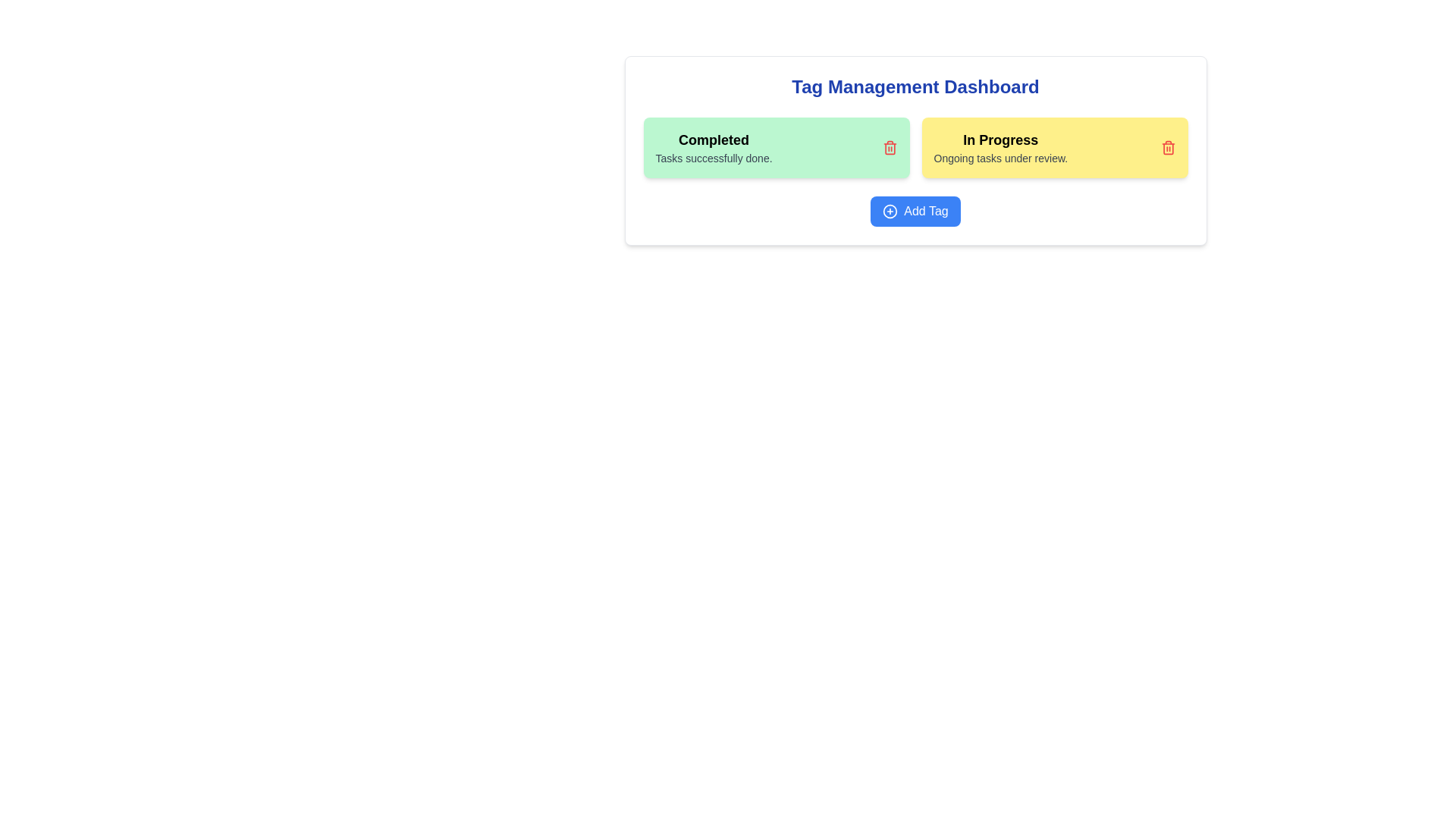 This screenshot has width=1456, height=819. What do you see at coordinates (915, 211) in the screenshot?
I see `the blue 'Add Tag' button with rounded corners, located centrally below the task status grid, to initiate the 'add tag' action` at bounding box center [915, 211].